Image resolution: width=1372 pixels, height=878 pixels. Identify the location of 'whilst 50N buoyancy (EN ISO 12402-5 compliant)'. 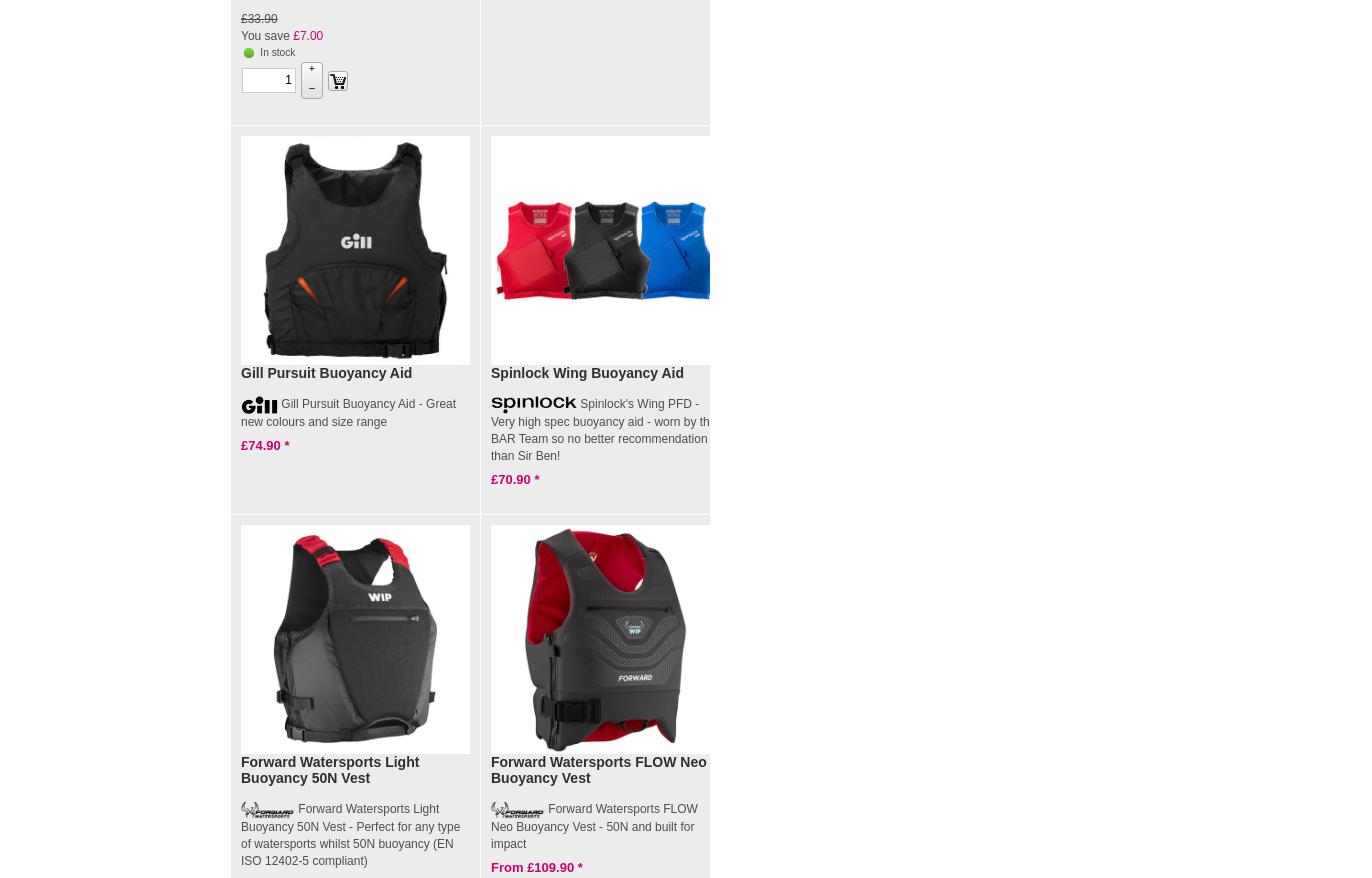
(240, 851).